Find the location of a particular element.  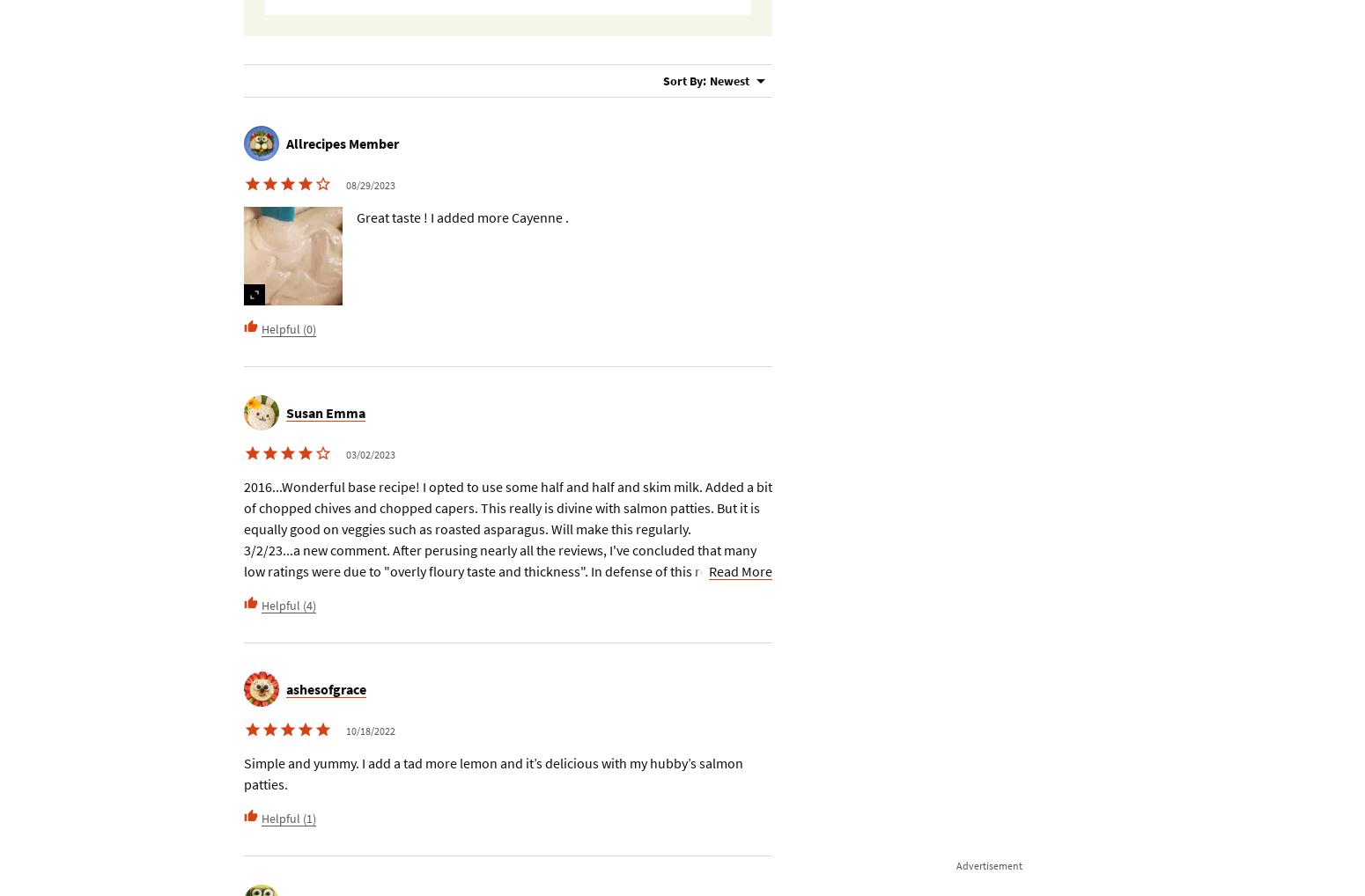

'ashesofgrace' is located at coordinates (285, 689).